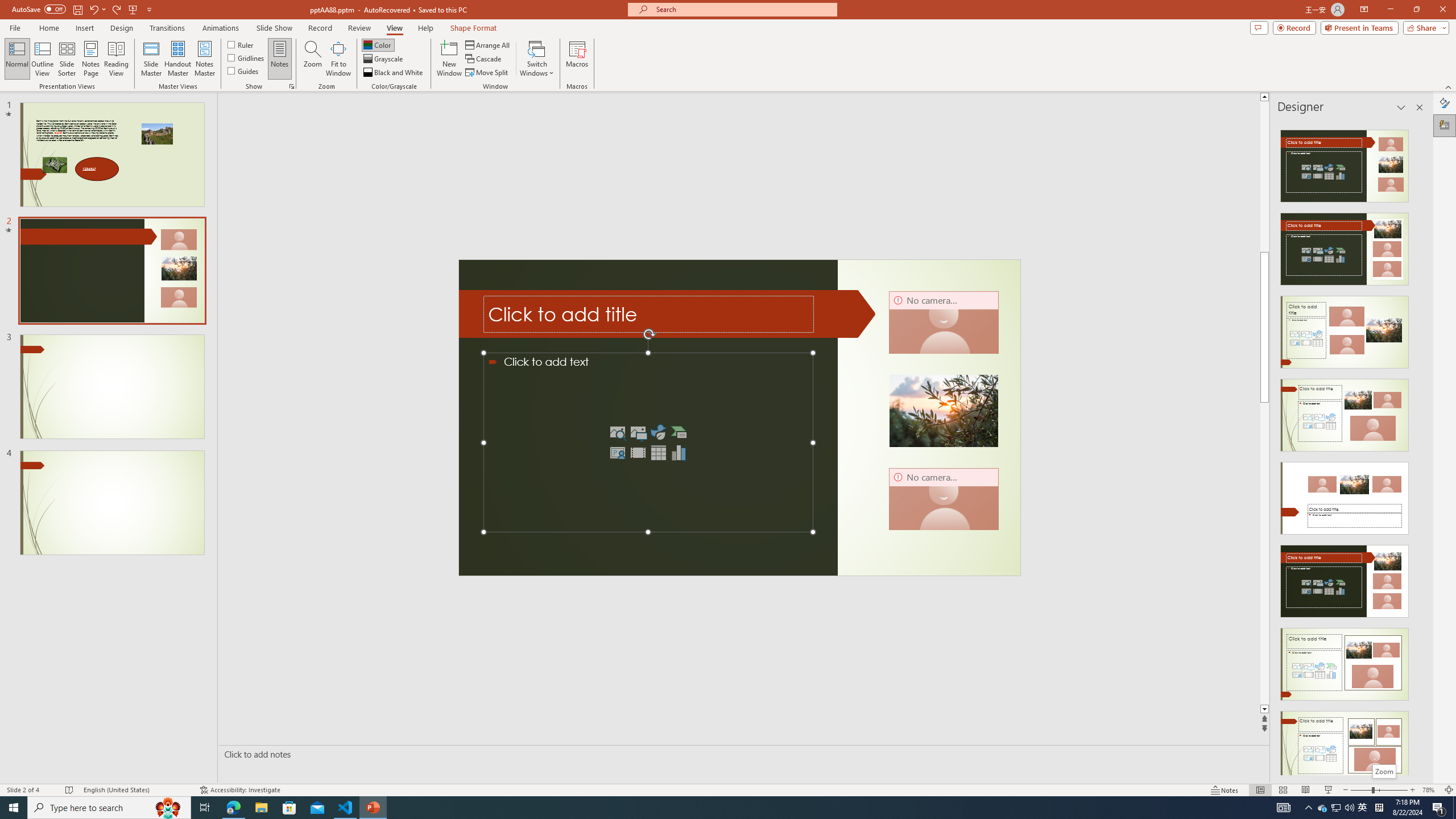 Image resolution: width=1456 pixels, height=819 pixels. What do you see at coordinates (647, 442) in the screenshot?
I see `'Content Placeholder'` at bounding box center [647, 442].